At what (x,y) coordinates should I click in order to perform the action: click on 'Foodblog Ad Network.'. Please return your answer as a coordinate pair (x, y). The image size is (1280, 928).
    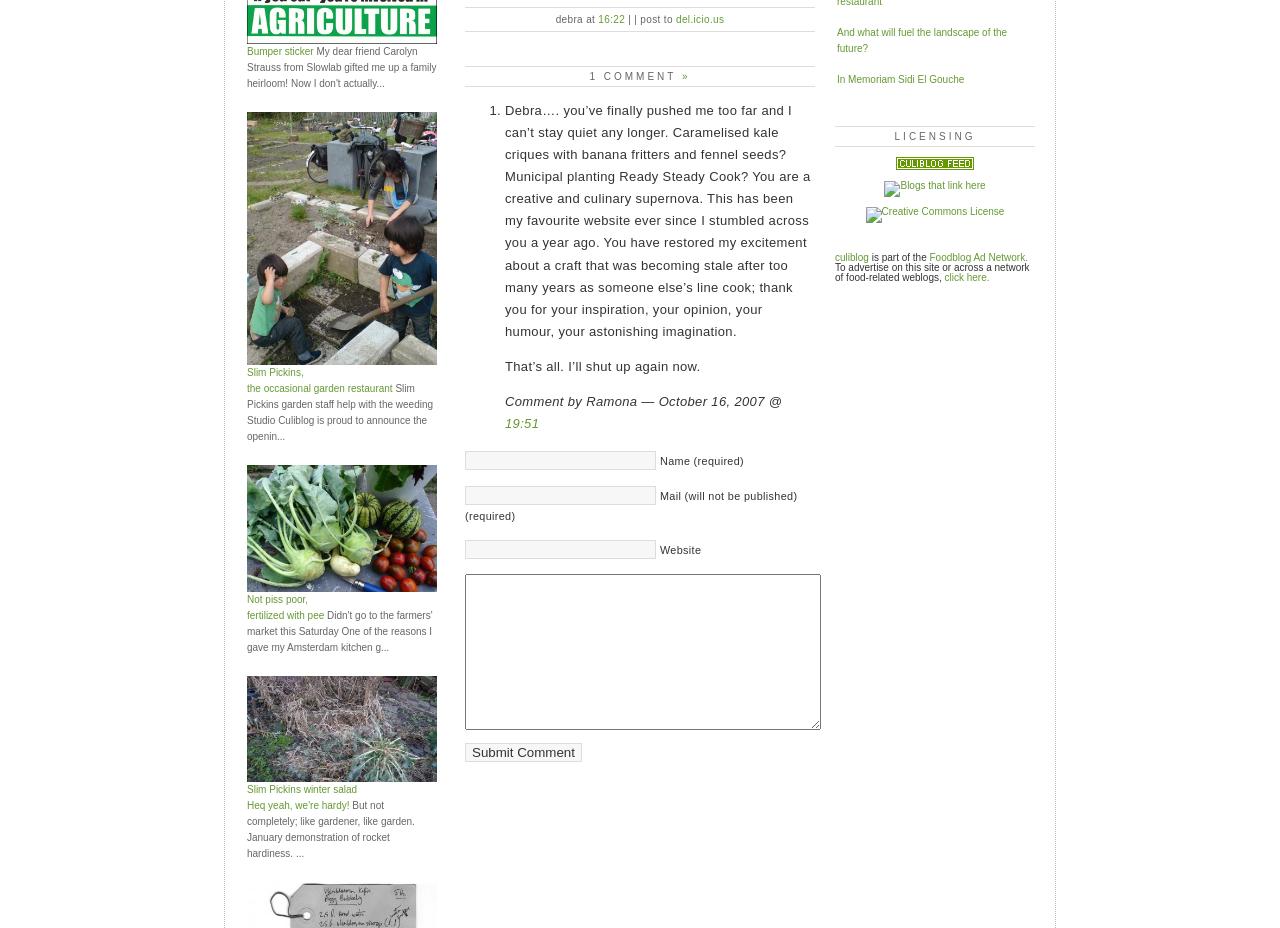
    Looking at the image, I should click on (978, 255).